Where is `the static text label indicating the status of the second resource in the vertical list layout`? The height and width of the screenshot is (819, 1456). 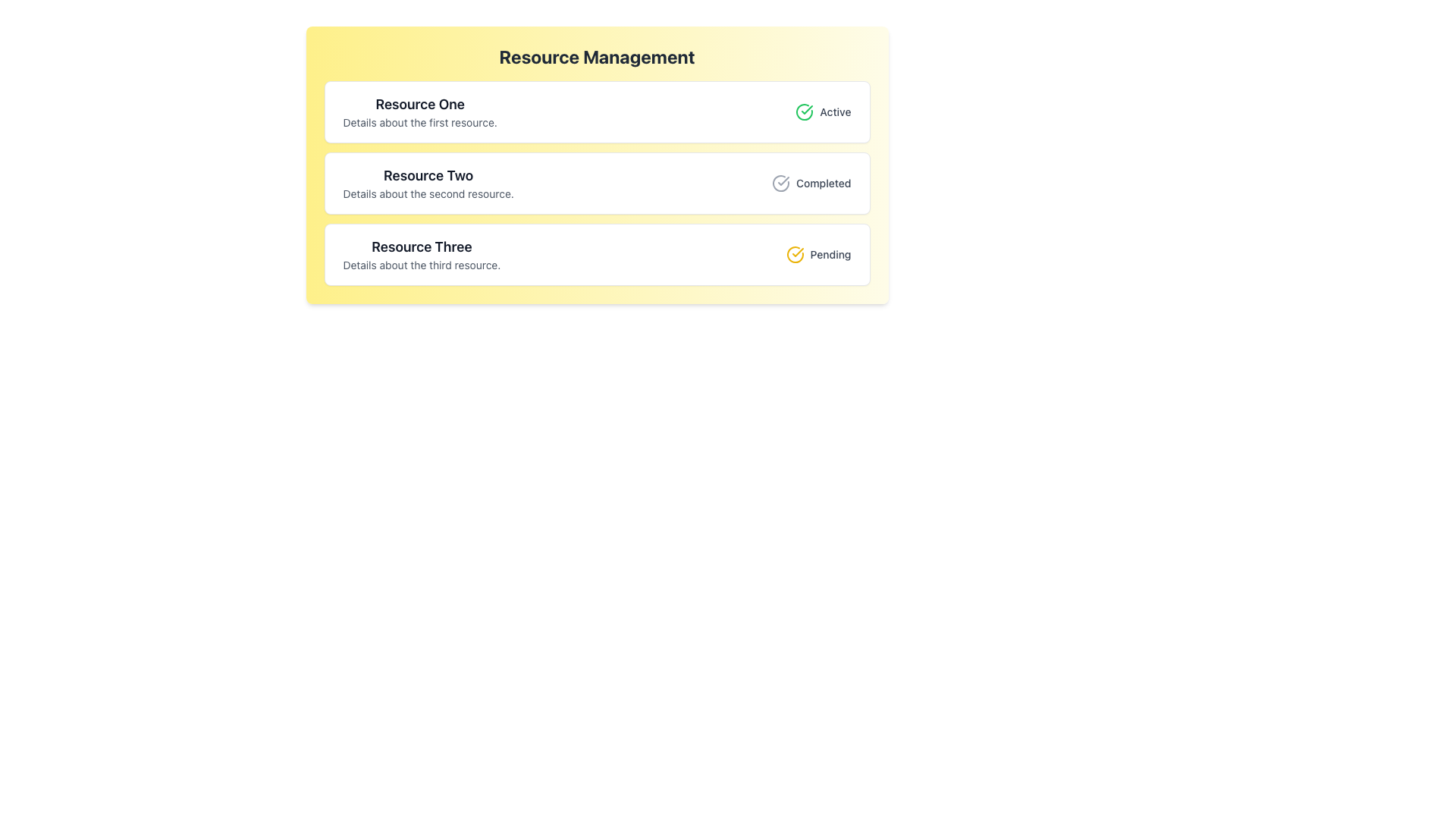 the static text label indicating the status of the second resource in the vertical list layout is located at coordinates (823, 183).